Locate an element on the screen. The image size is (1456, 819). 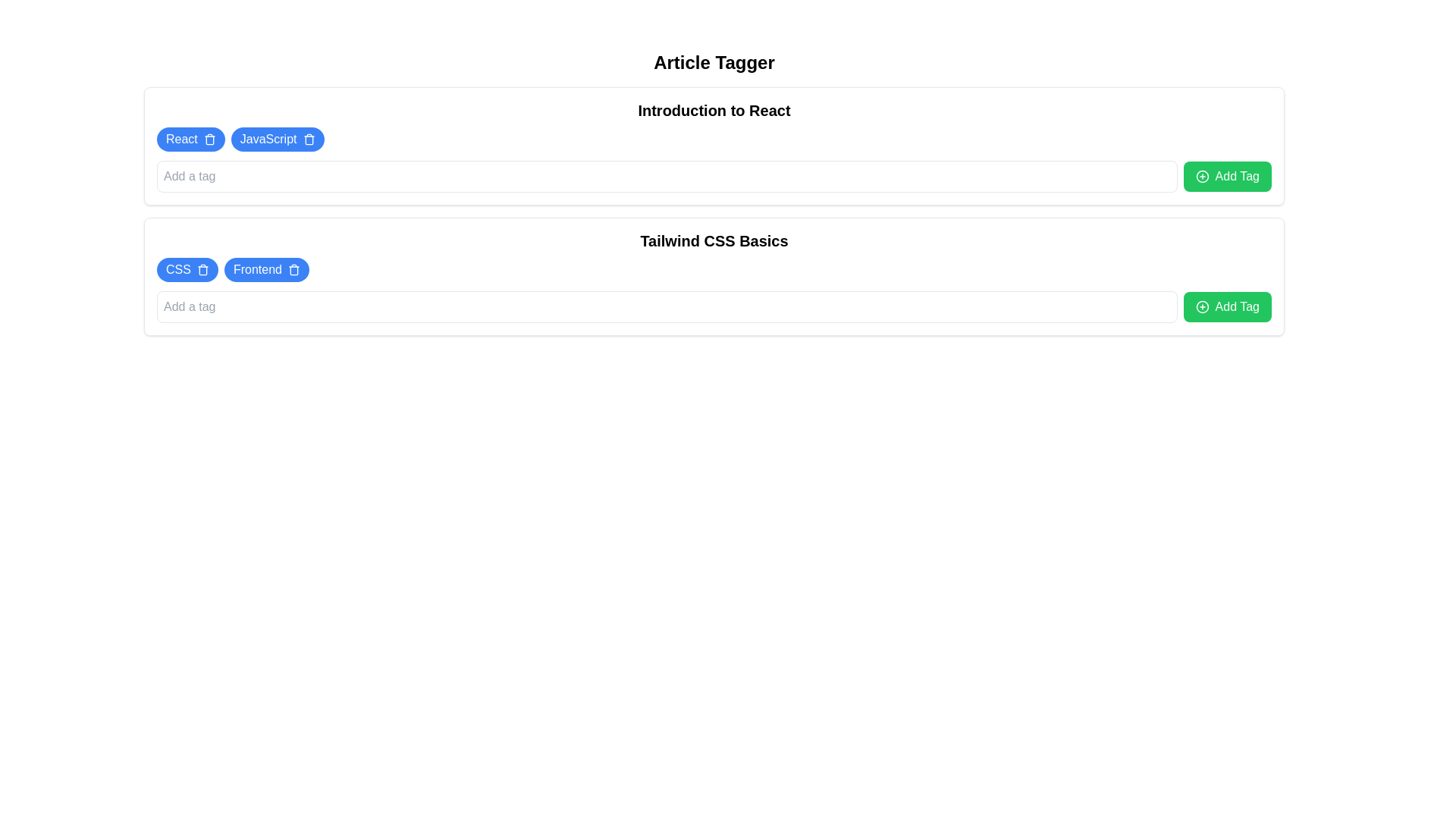
the delete icon next to the 'CSS' tag label is located at coordinates (187, 268).